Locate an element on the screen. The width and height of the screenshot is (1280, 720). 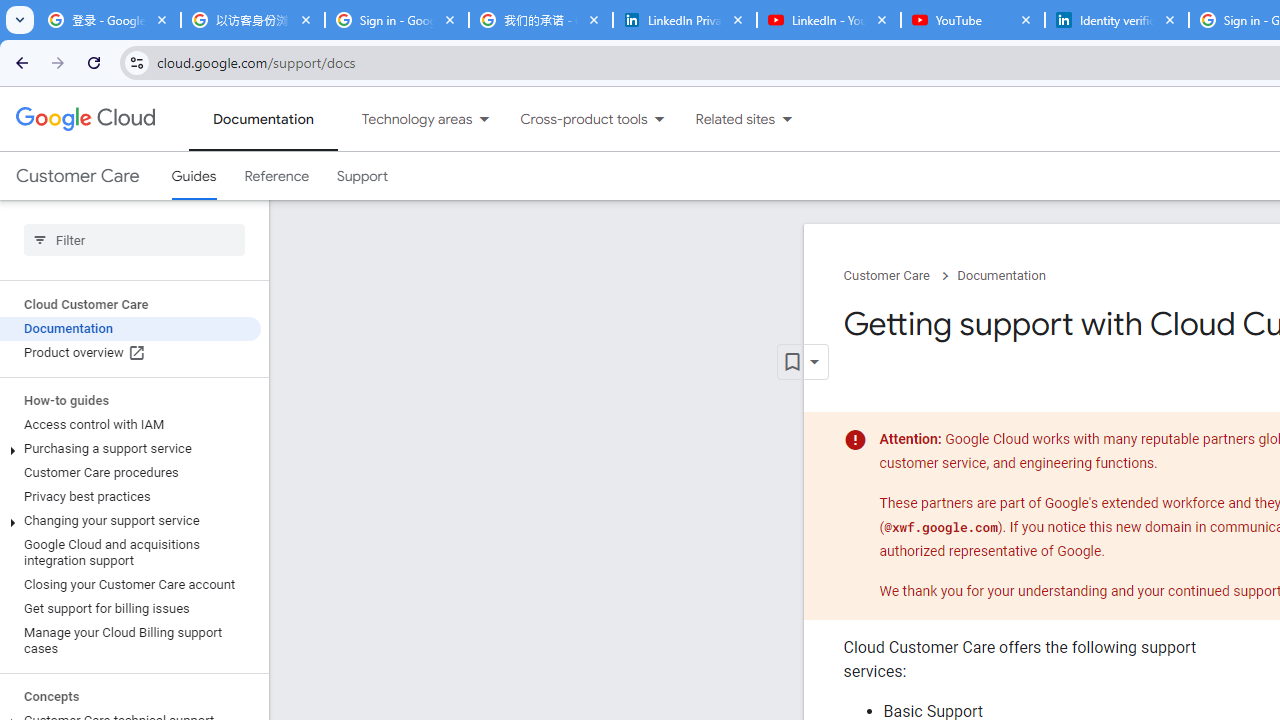
'Google Cloud and acquisitions integration support' is located at coordinates (129, 552).